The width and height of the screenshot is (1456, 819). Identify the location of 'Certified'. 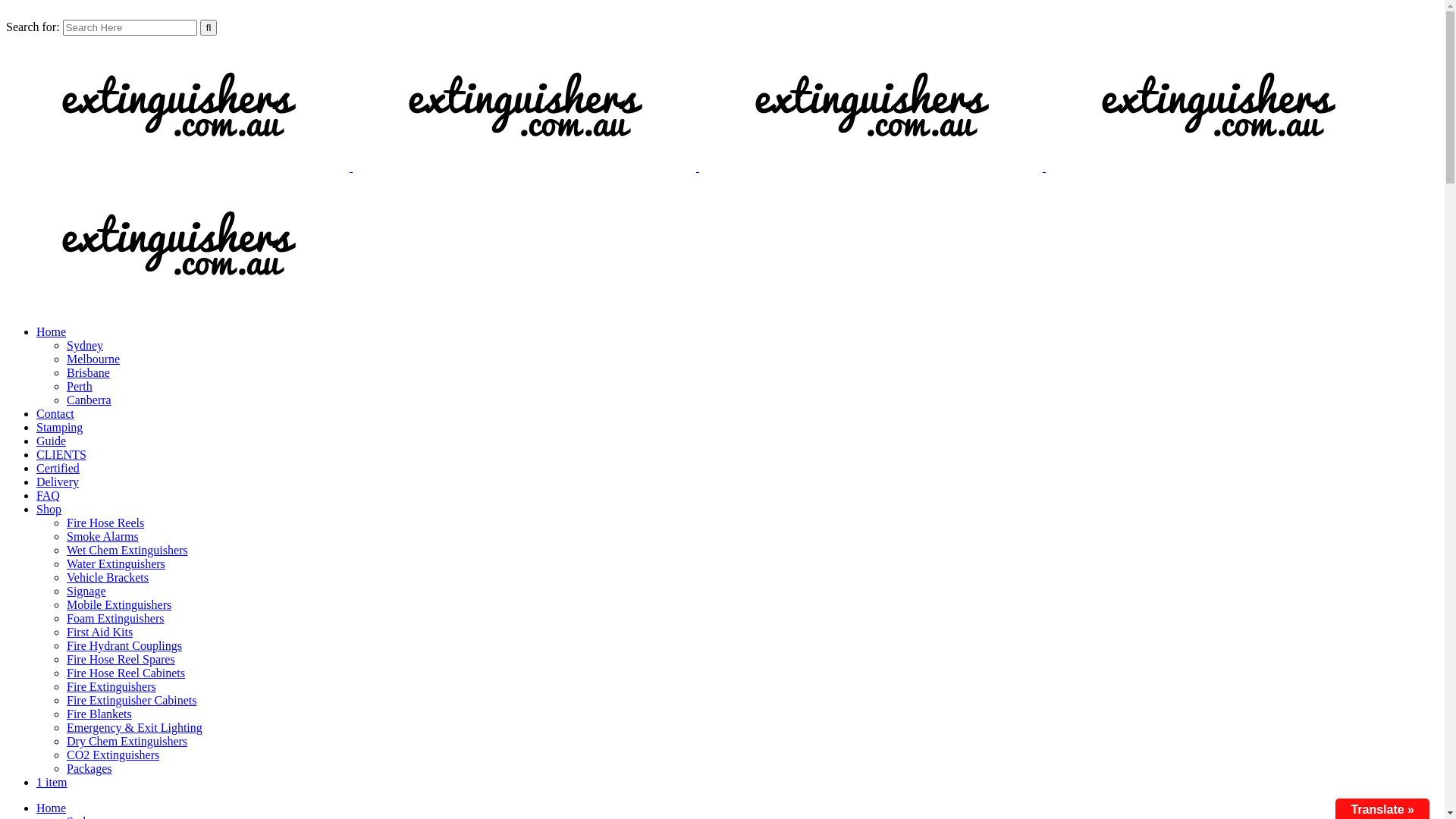
(58, 467).